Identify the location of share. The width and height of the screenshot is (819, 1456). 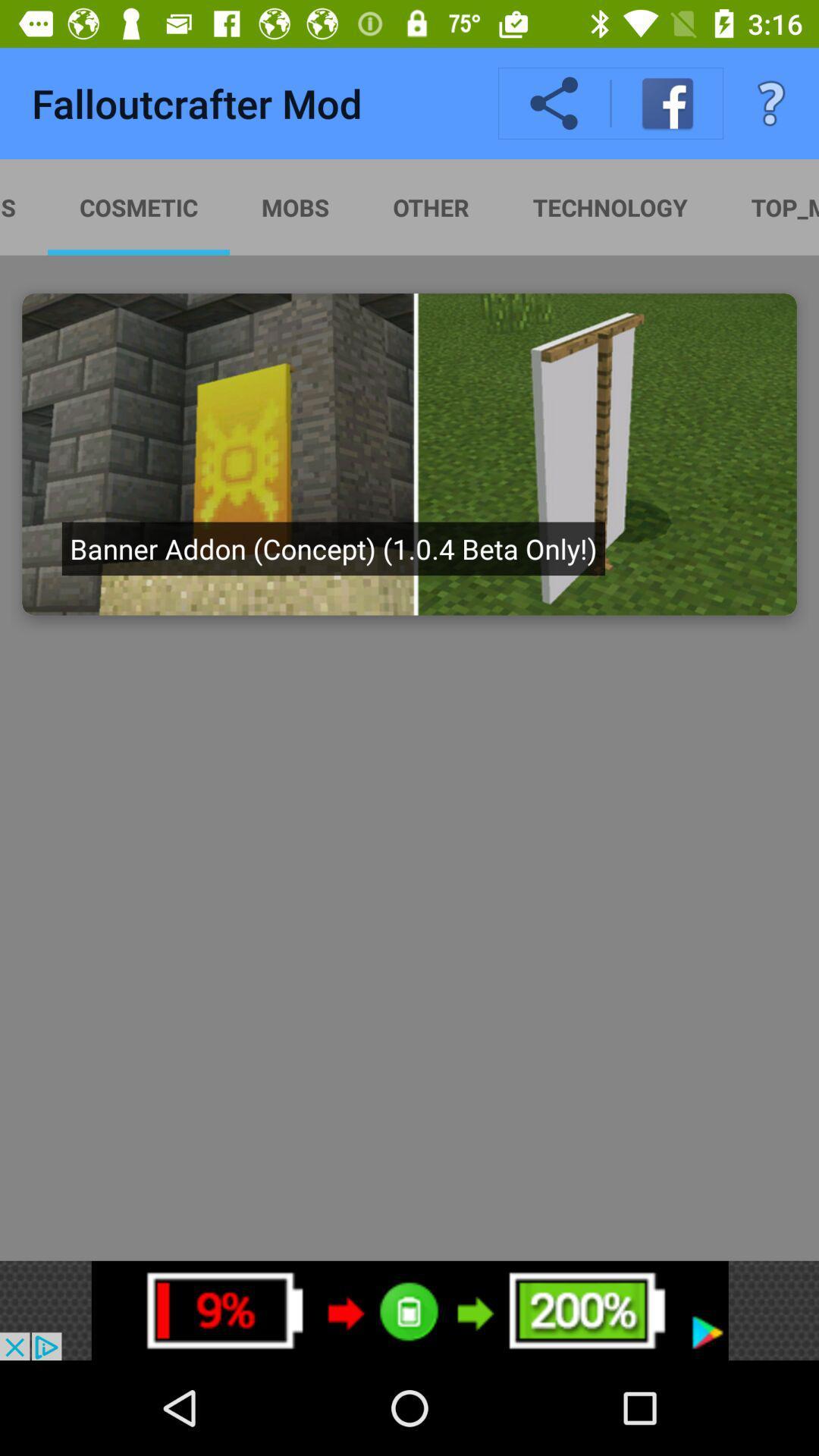
(554, 103).